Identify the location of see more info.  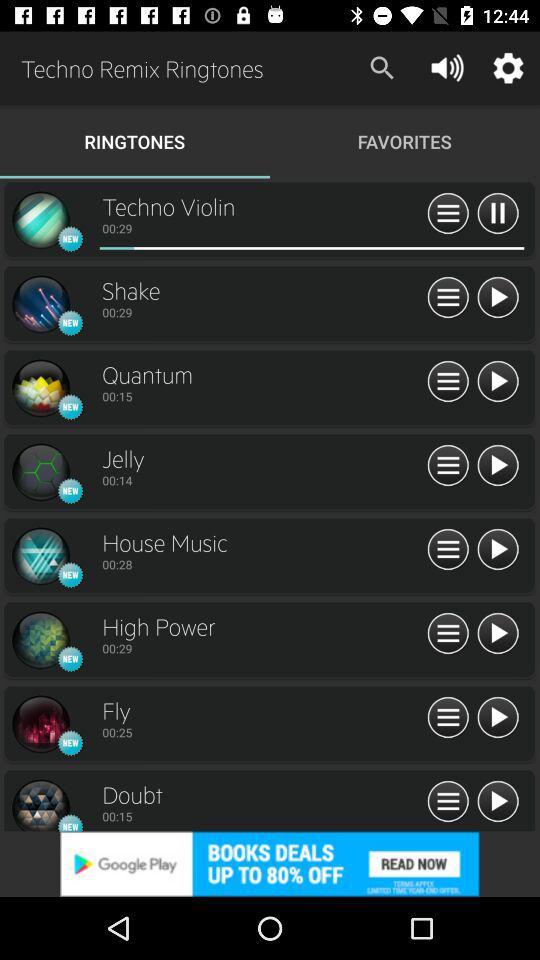
(448, 297).